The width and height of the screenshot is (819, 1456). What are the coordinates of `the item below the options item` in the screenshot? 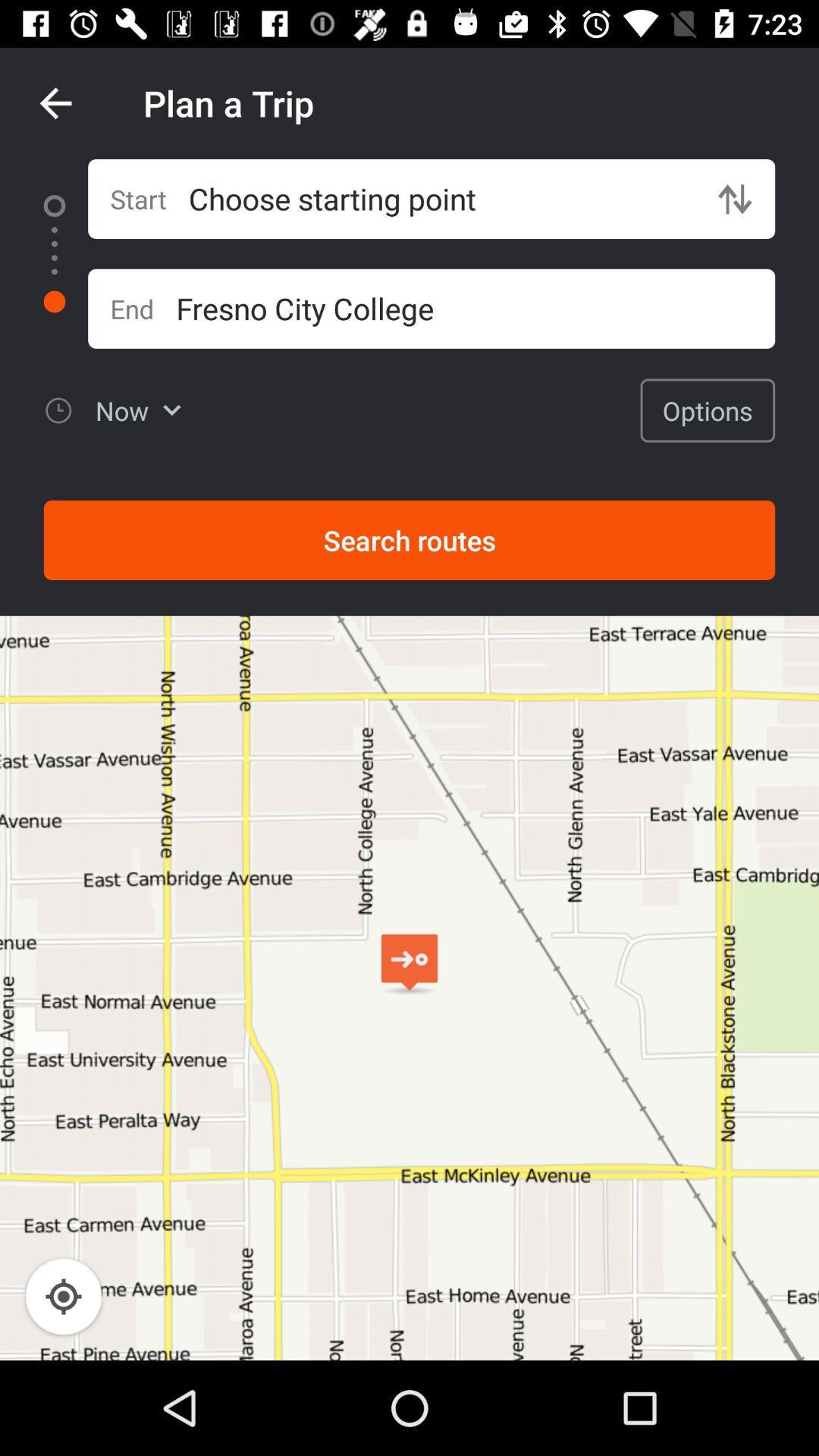 It's located at (409, 540).